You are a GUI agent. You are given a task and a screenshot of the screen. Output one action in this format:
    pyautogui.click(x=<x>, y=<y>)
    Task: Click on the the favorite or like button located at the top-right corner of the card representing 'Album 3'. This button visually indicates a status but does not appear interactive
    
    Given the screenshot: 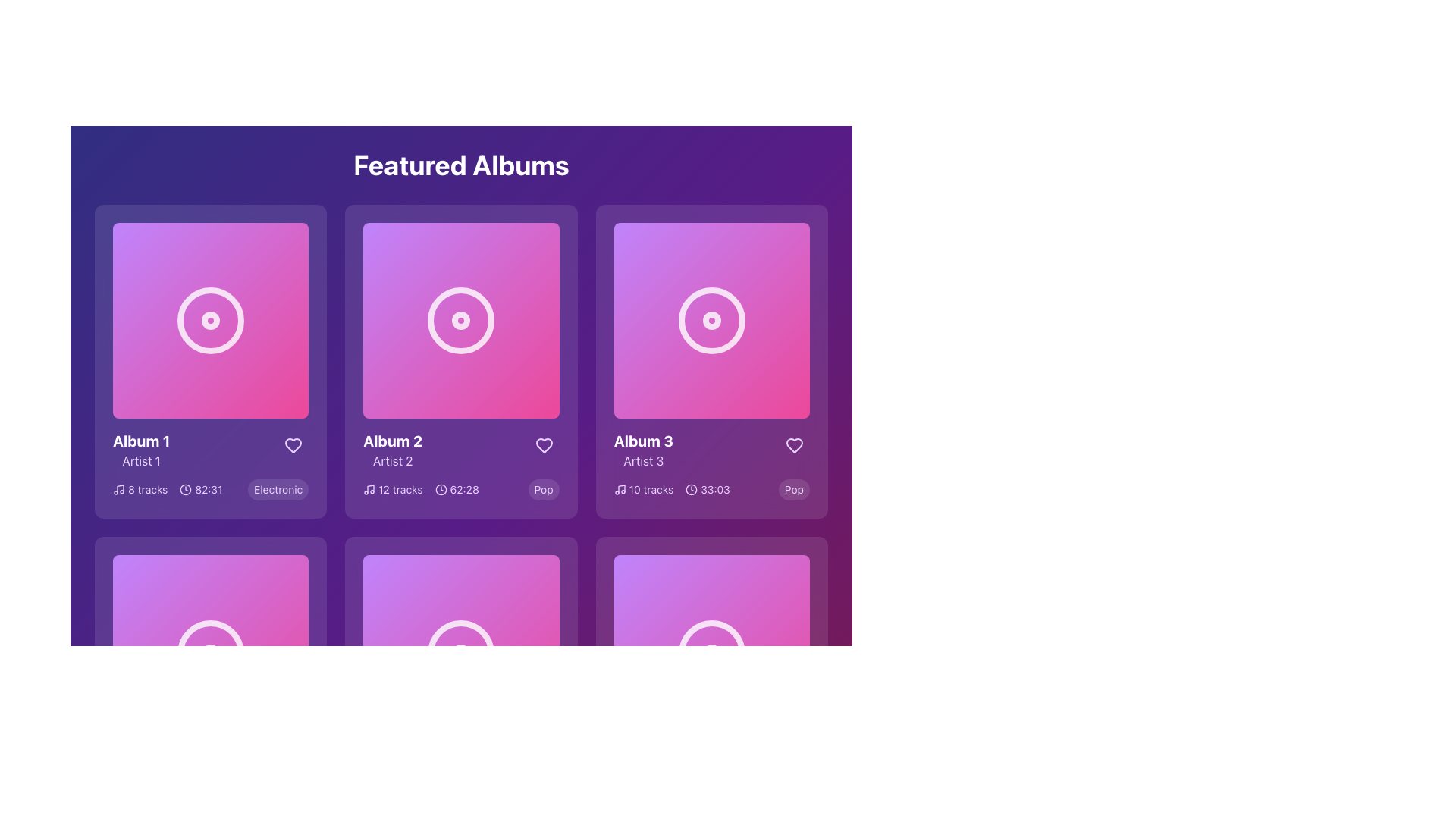 What is the action you would take?
    pyautogui.click(x=793, y=444)
    